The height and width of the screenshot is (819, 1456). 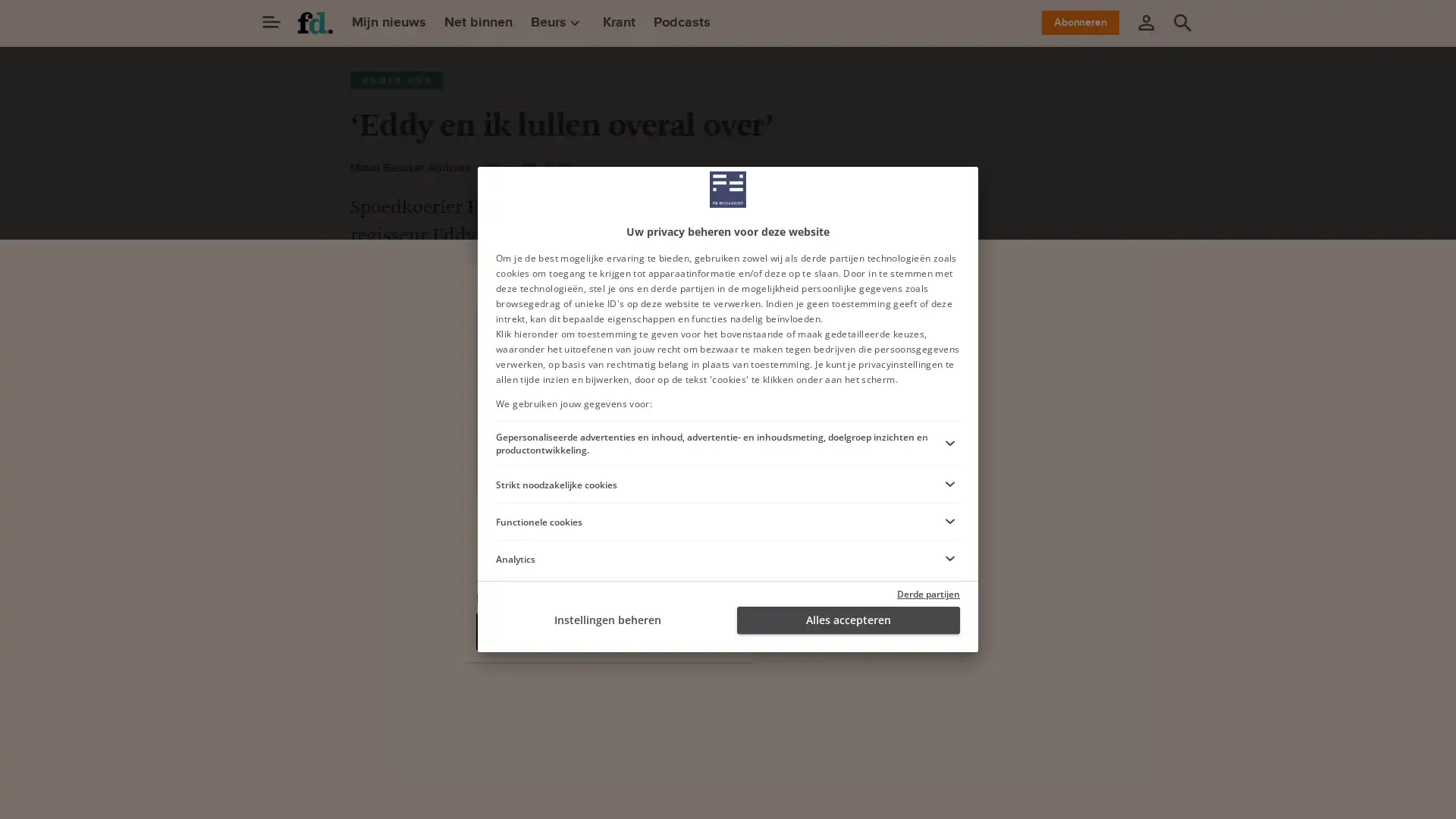 I want to click on Ga verder, so click(x=607, y=459).